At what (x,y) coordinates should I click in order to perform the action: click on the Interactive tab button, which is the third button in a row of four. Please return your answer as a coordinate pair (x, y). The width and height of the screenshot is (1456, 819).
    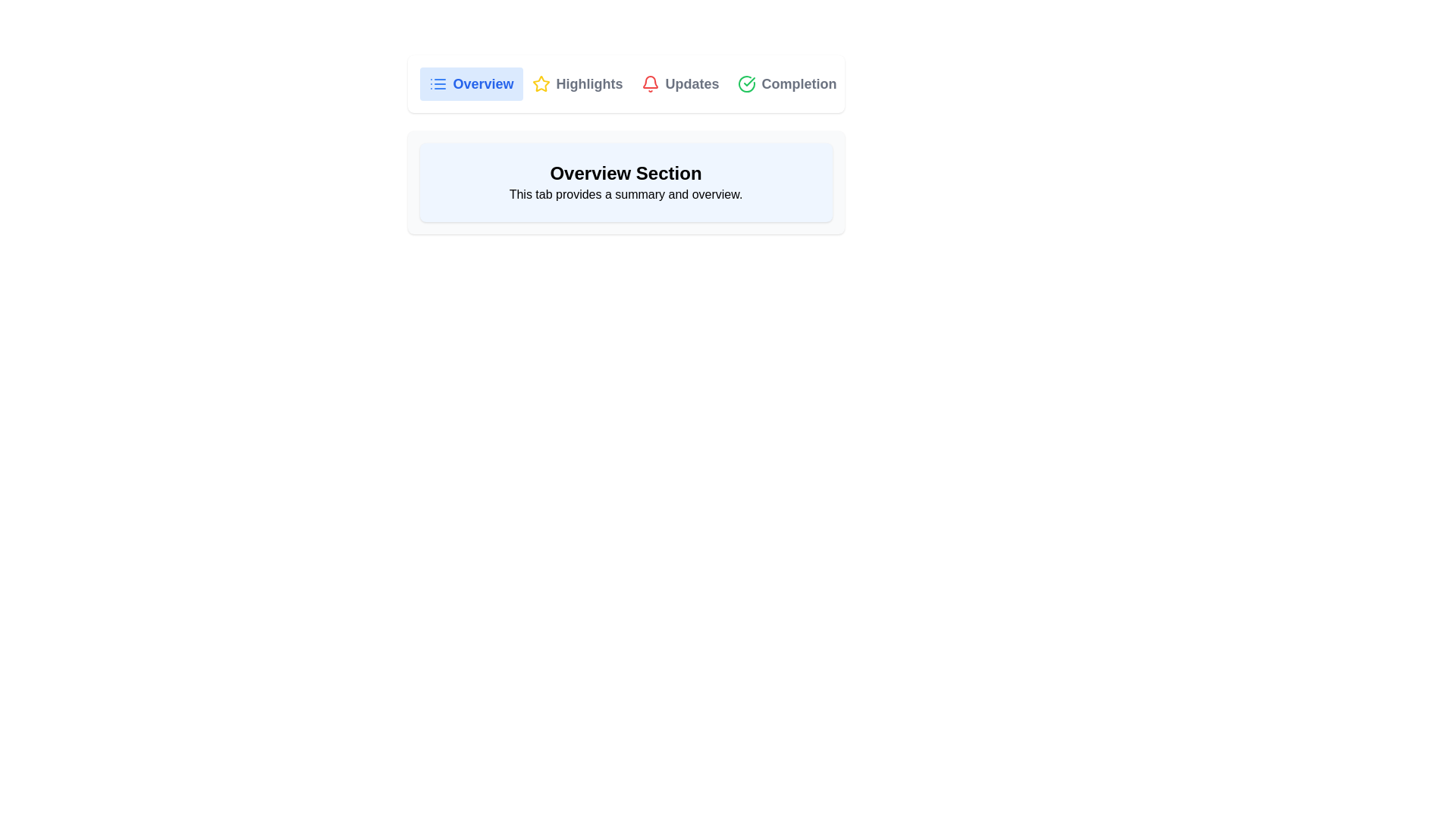
    Looking at the image, I should click on (679, 84).